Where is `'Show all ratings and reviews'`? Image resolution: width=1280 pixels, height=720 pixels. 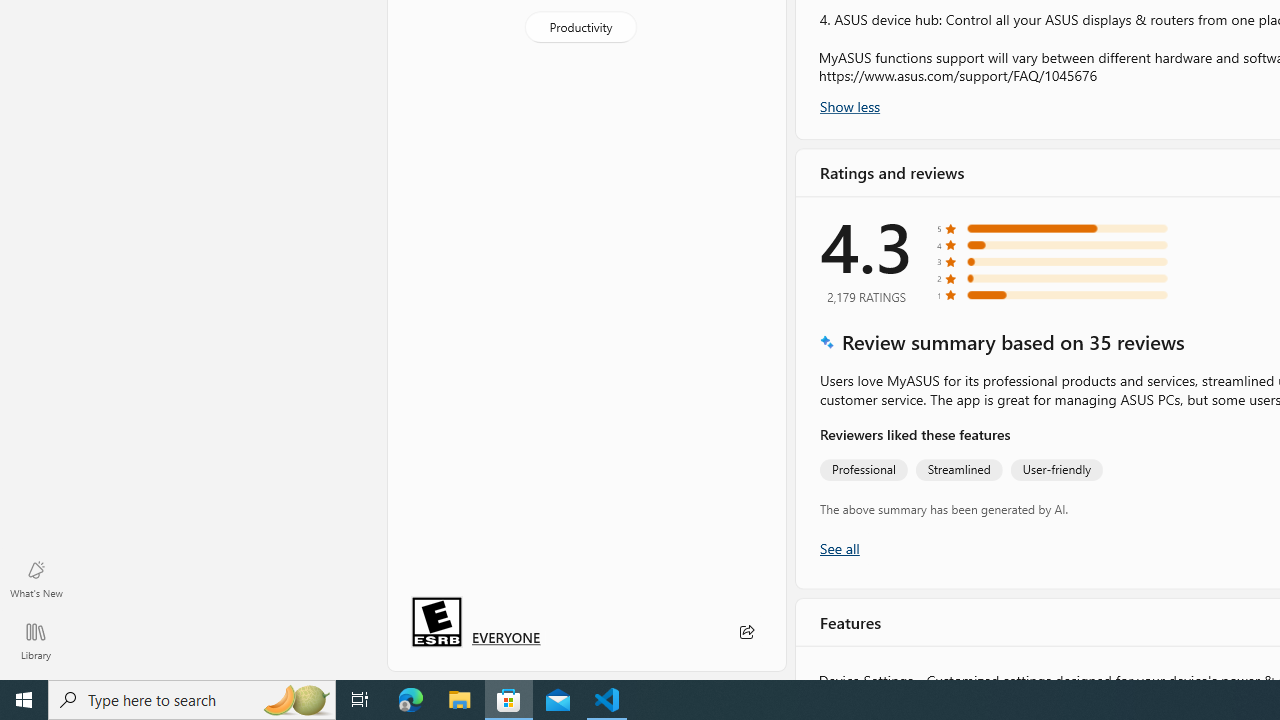
'Show all ratings and reviews' is located at coordinates (839, 548).